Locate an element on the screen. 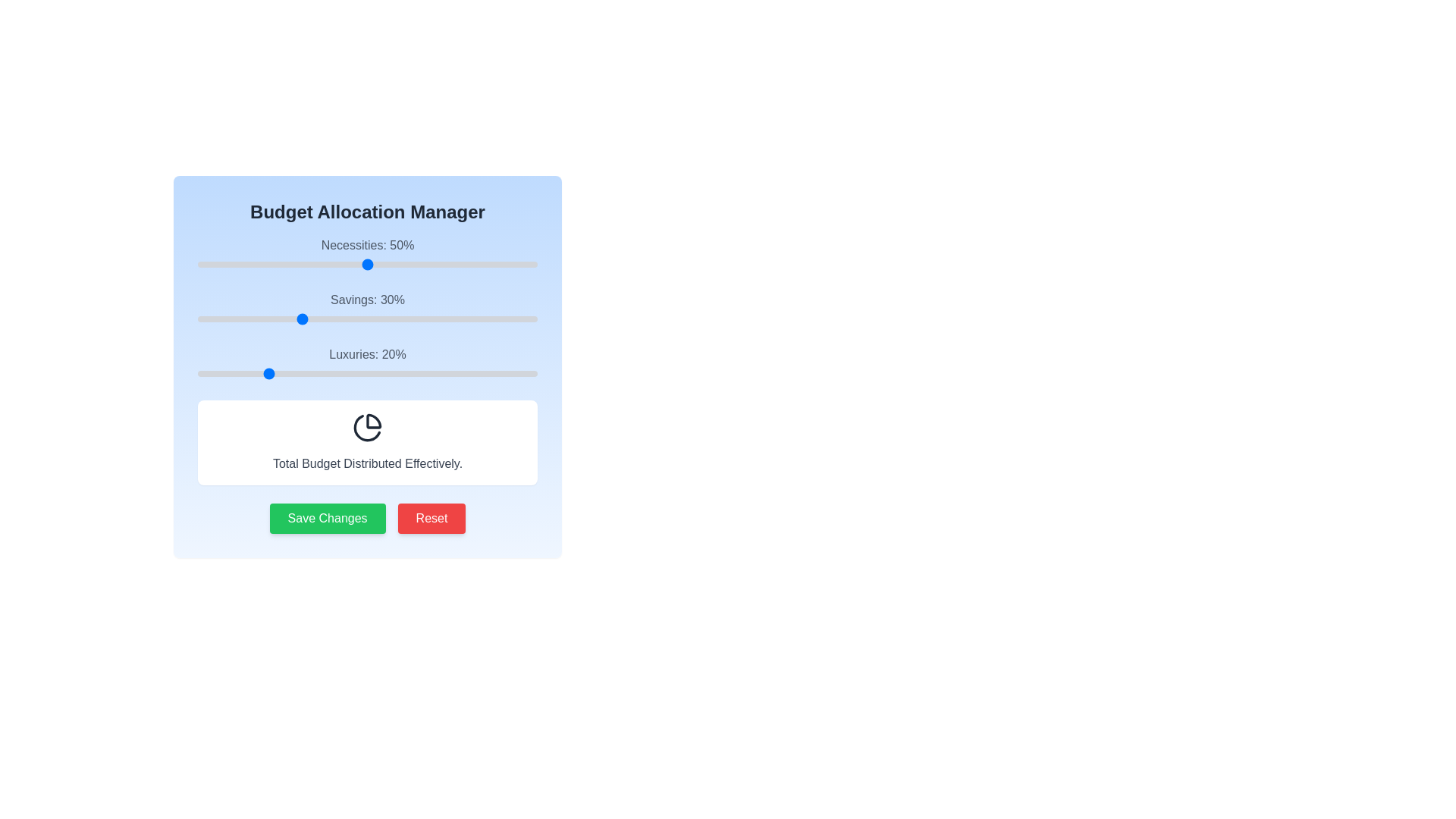 The image size is (1456, 819). luxuries percentage is located at coordinates (431, 374).